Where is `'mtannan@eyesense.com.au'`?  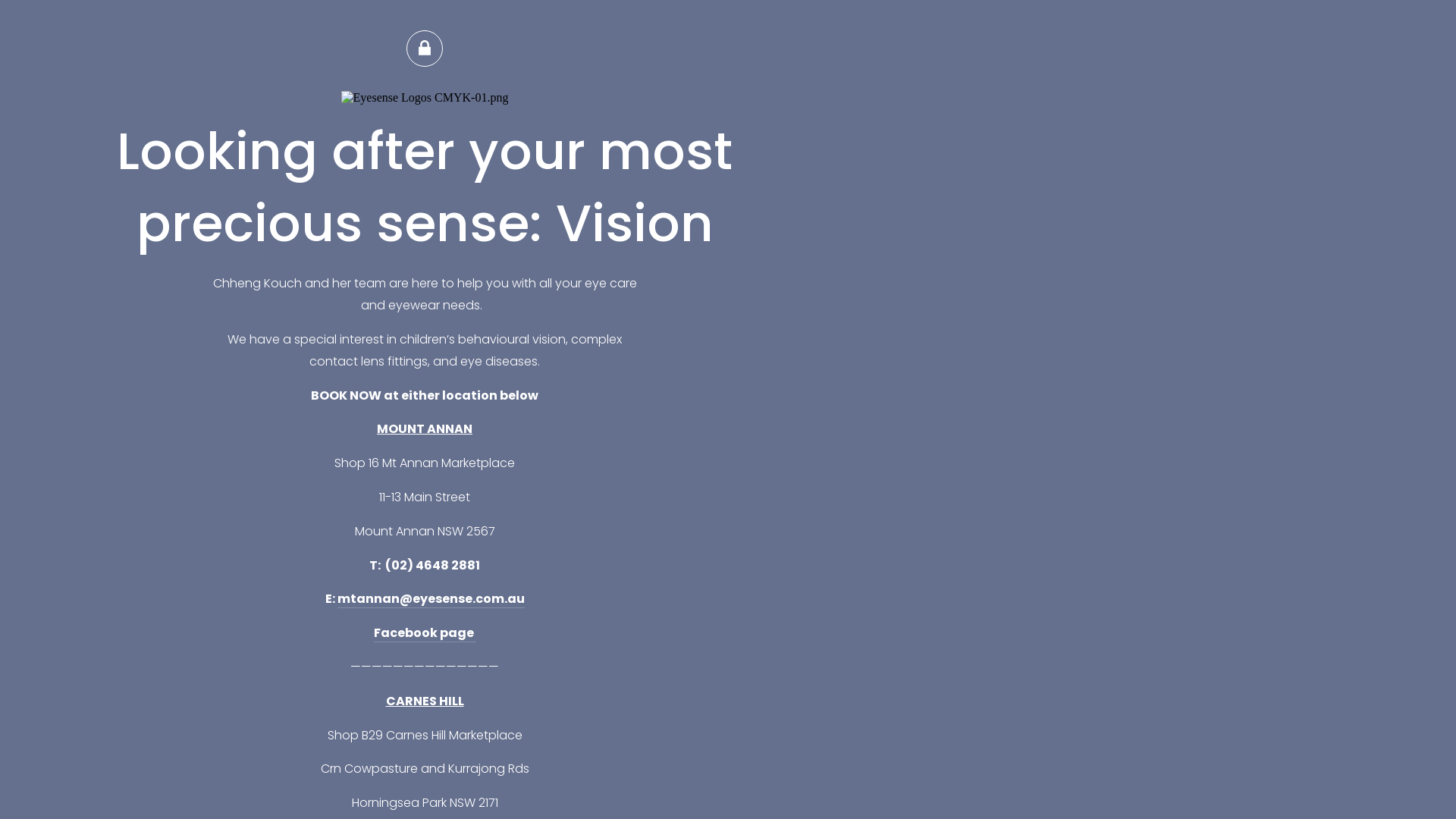
'mtannan@eyesense.com.au' is located at coordinates (429, 598).